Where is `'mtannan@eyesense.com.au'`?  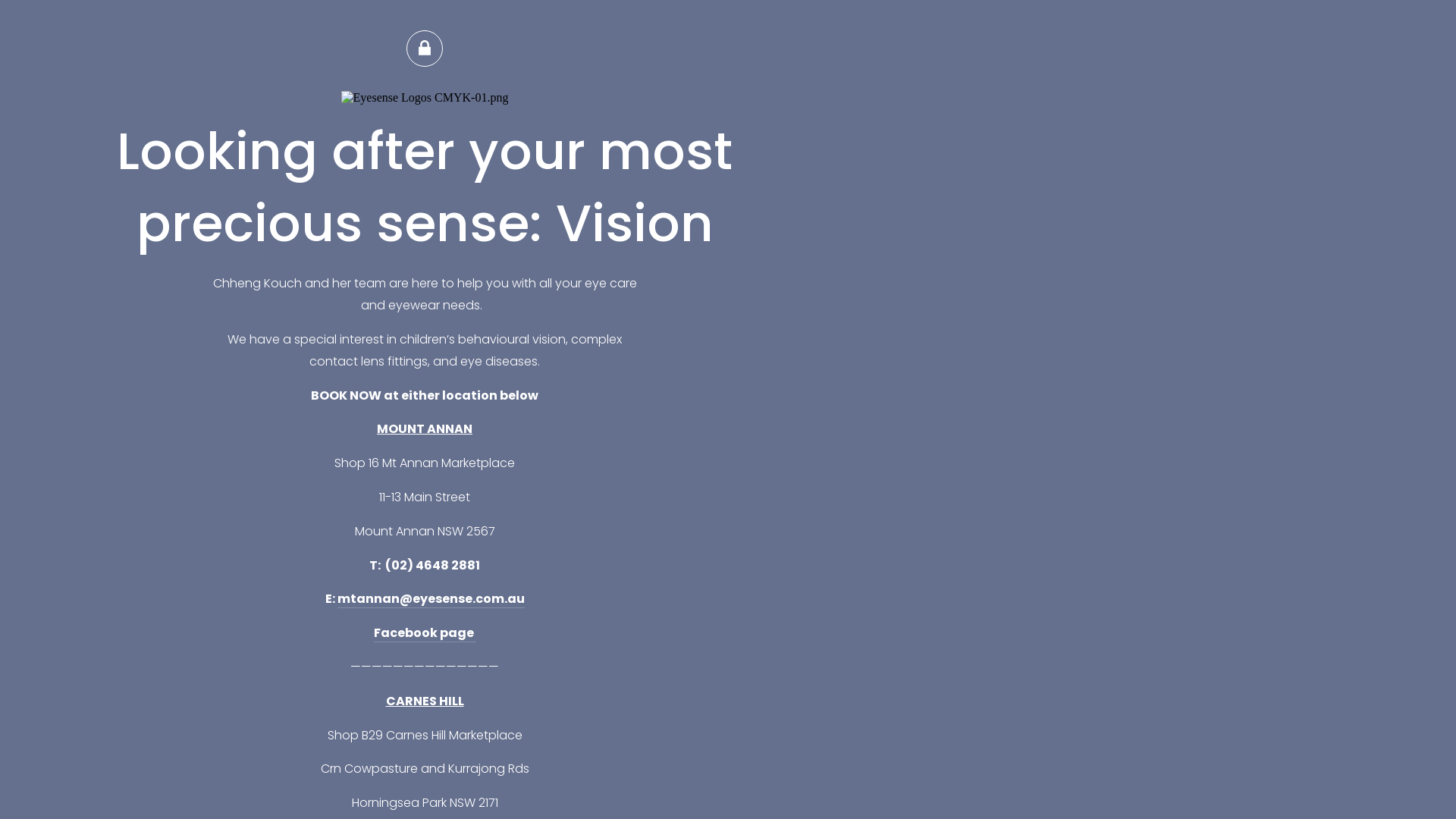
'mtannan@eyesense.com.au' is located at coordinates (429, 598).